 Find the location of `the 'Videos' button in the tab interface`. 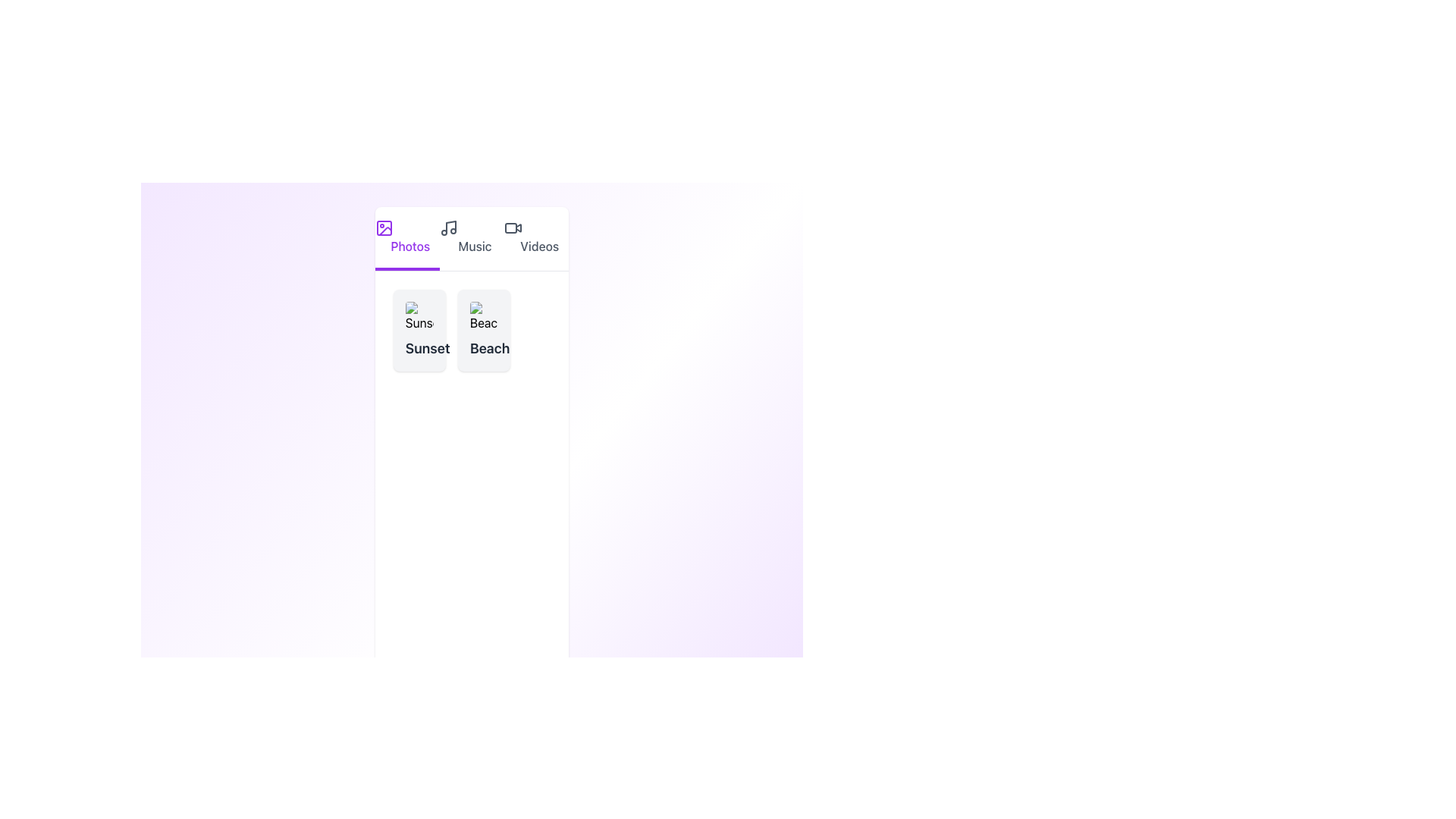

the 'Videos' button in the tab interface is located at coordinates (536, 239).